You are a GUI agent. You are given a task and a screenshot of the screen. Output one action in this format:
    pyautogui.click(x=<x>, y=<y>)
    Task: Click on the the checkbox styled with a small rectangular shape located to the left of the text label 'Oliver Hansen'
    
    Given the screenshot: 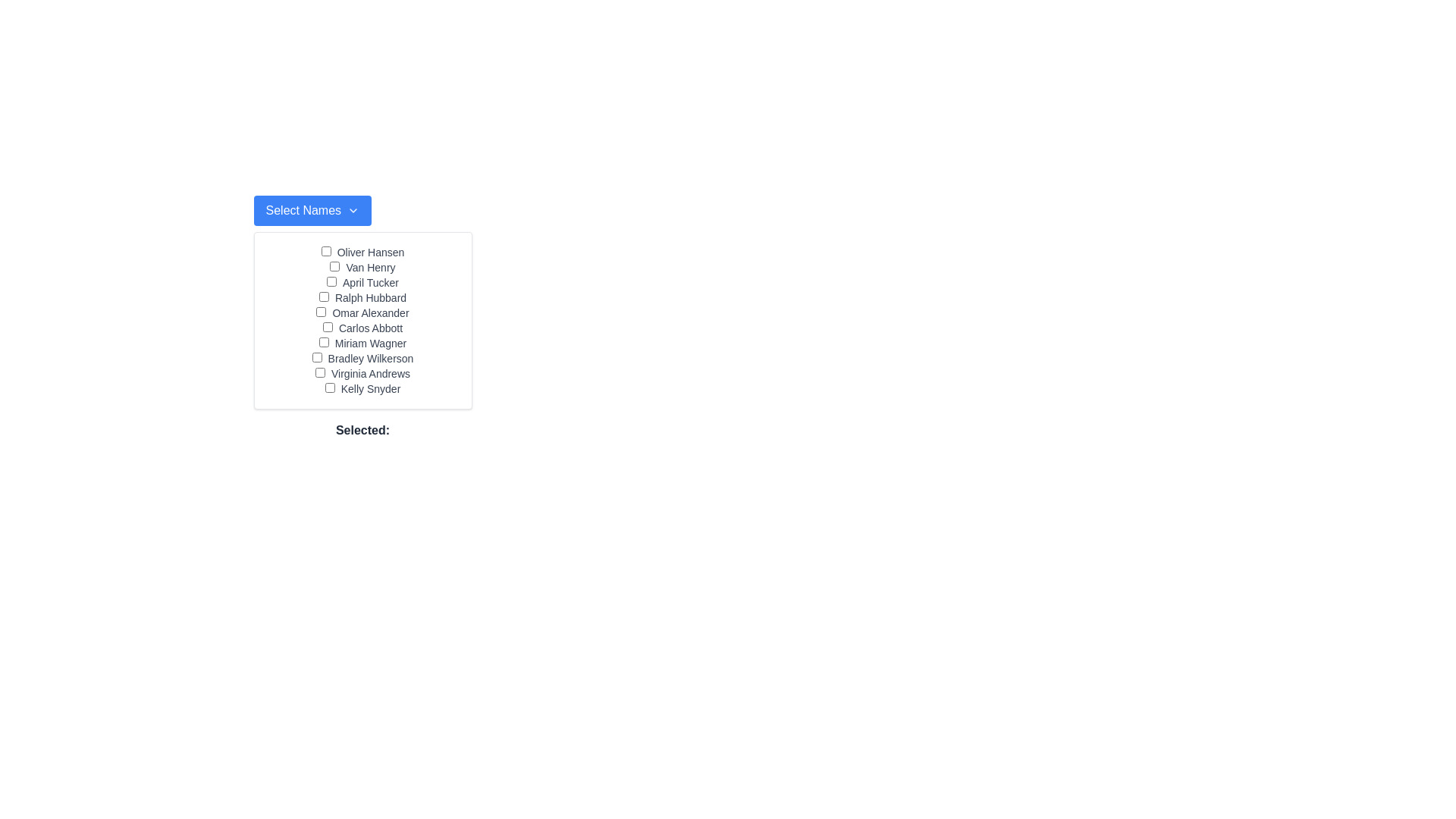 What is the action you would take?
    pyautogui.click(x=325, y=250)
    